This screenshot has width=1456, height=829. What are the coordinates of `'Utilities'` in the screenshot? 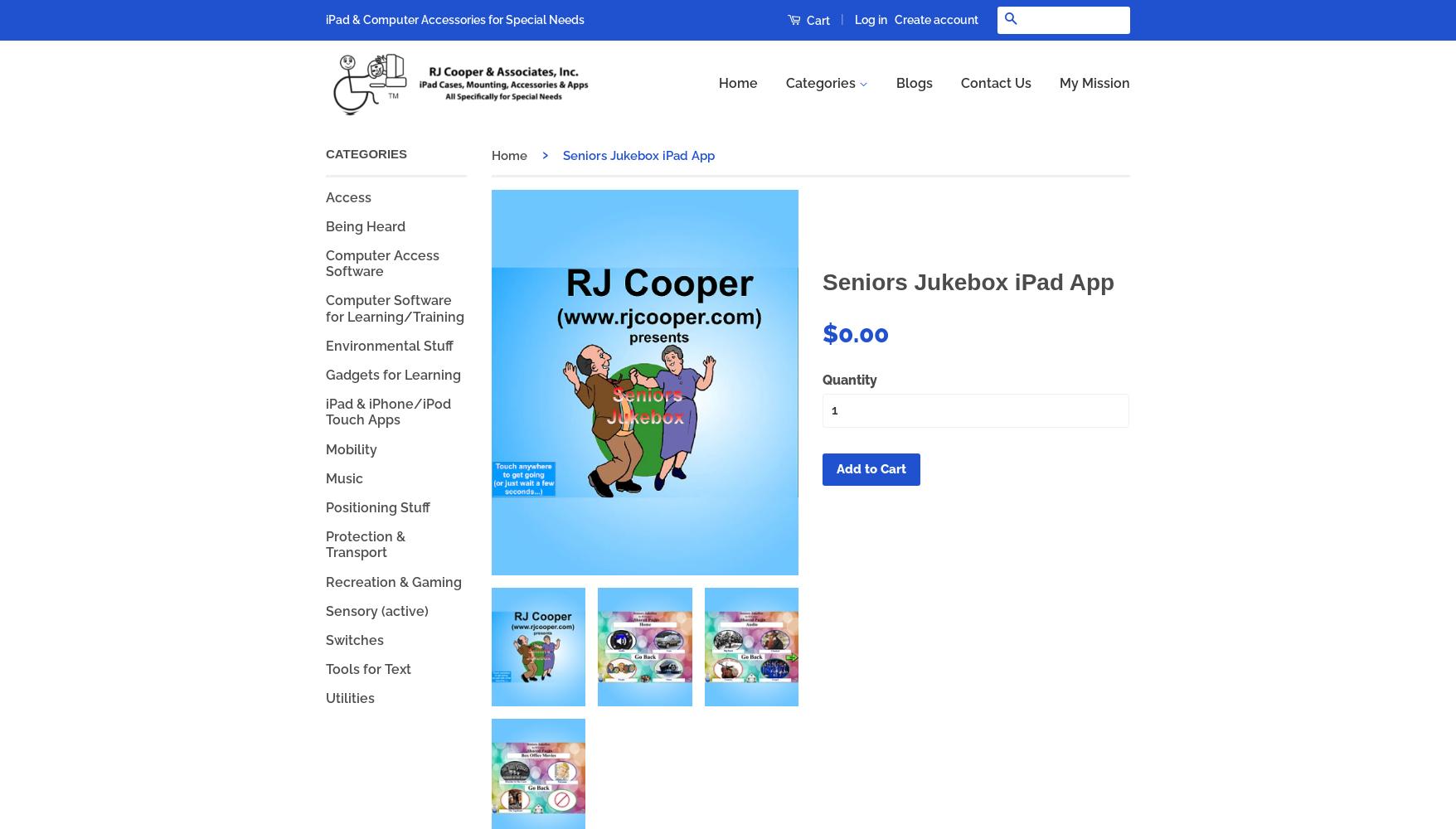 It's located at (324, 697).